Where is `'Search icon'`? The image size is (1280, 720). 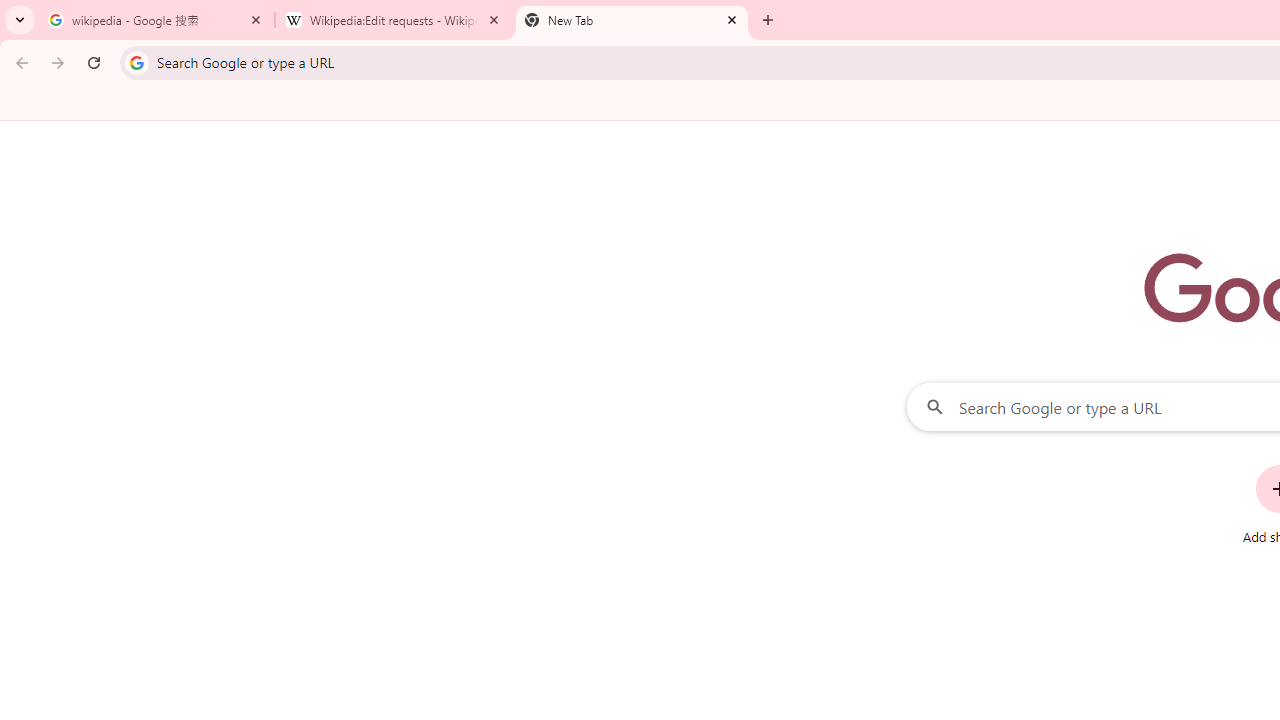
'Search icon' is located at coordinates (135, 61).